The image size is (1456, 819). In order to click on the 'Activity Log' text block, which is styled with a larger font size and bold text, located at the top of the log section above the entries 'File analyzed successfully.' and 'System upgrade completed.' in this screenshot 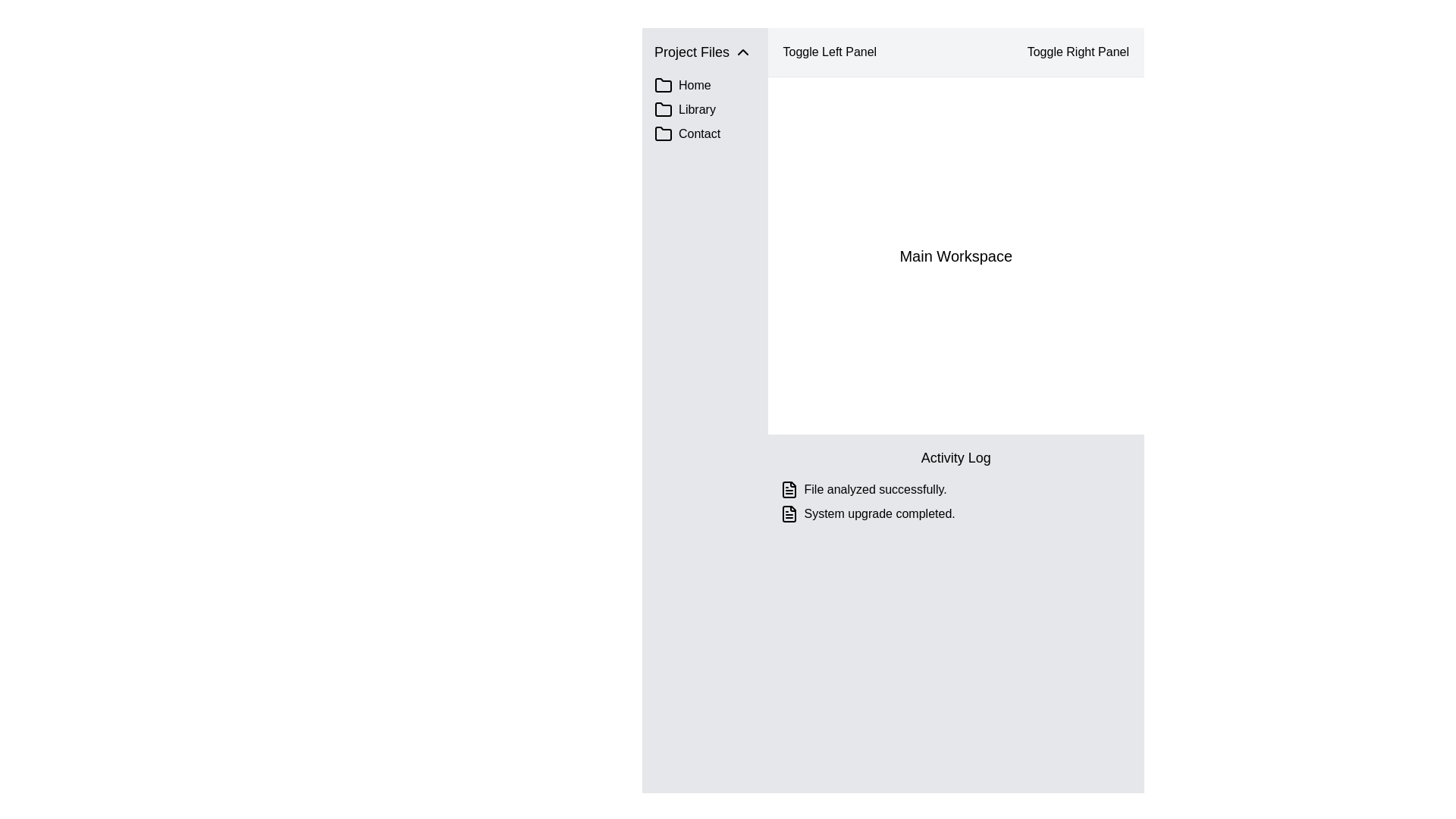, I will do `click(955, 457)`.